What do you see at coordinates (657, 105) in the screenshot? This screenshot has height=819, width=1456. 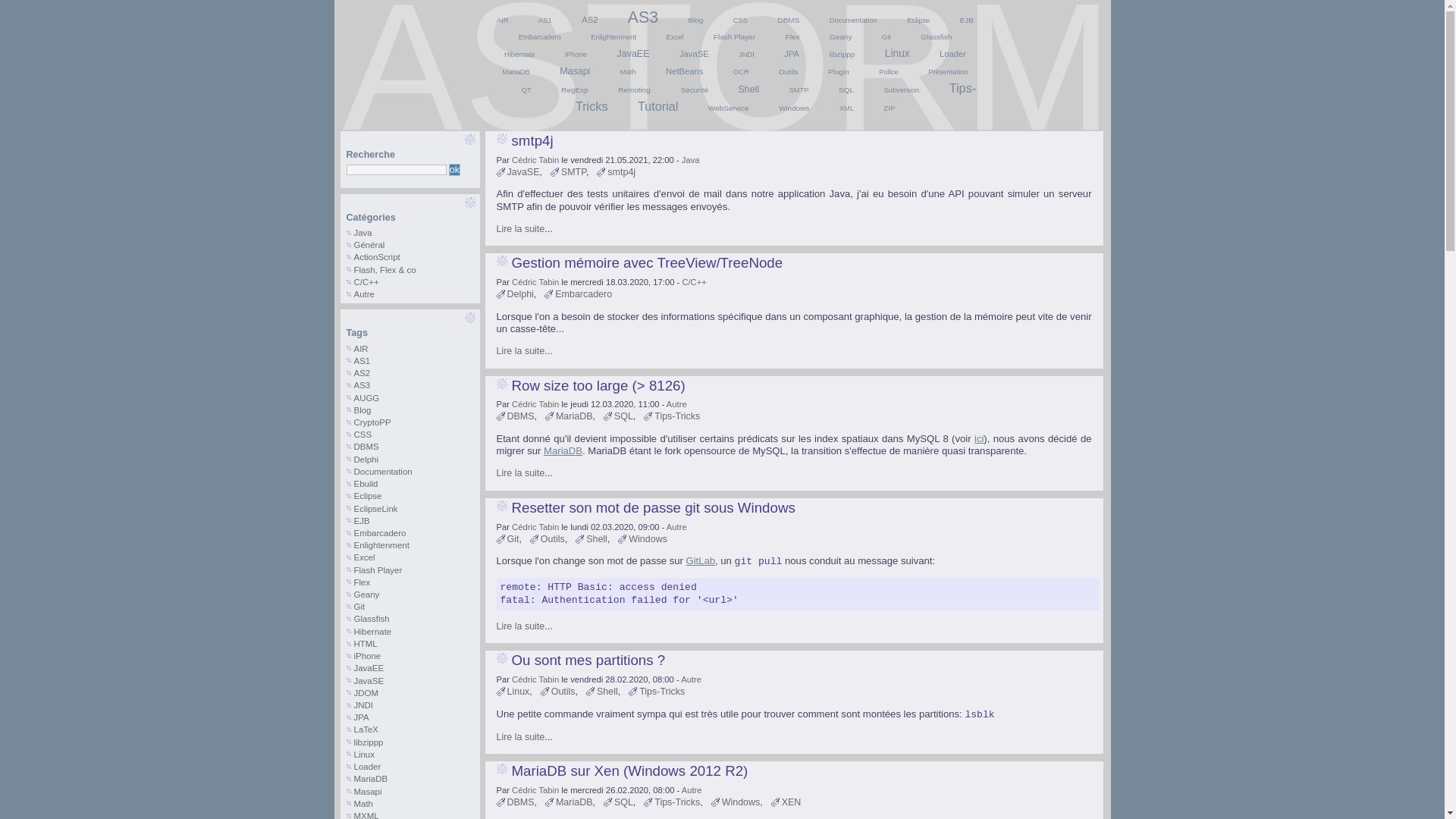 I see `'Tutorial'` at bounding box center [657, 105].